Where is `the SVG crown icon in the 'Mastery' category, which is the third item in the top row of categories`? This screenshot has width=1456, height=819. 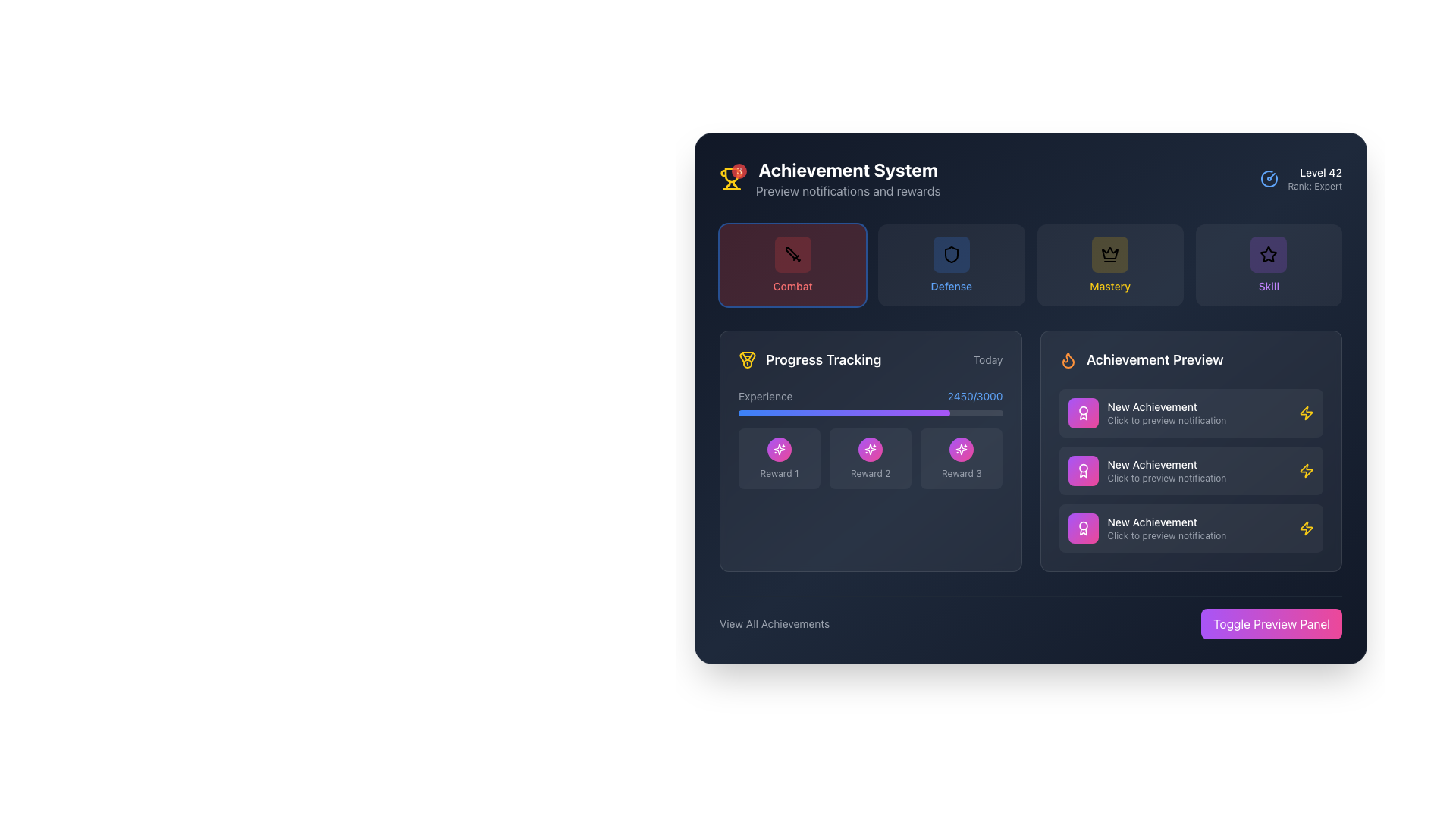
the SVG crown icon in the 'Mastery' category, which is the third item in the top row of categories is located at coordinates (1110, 253).